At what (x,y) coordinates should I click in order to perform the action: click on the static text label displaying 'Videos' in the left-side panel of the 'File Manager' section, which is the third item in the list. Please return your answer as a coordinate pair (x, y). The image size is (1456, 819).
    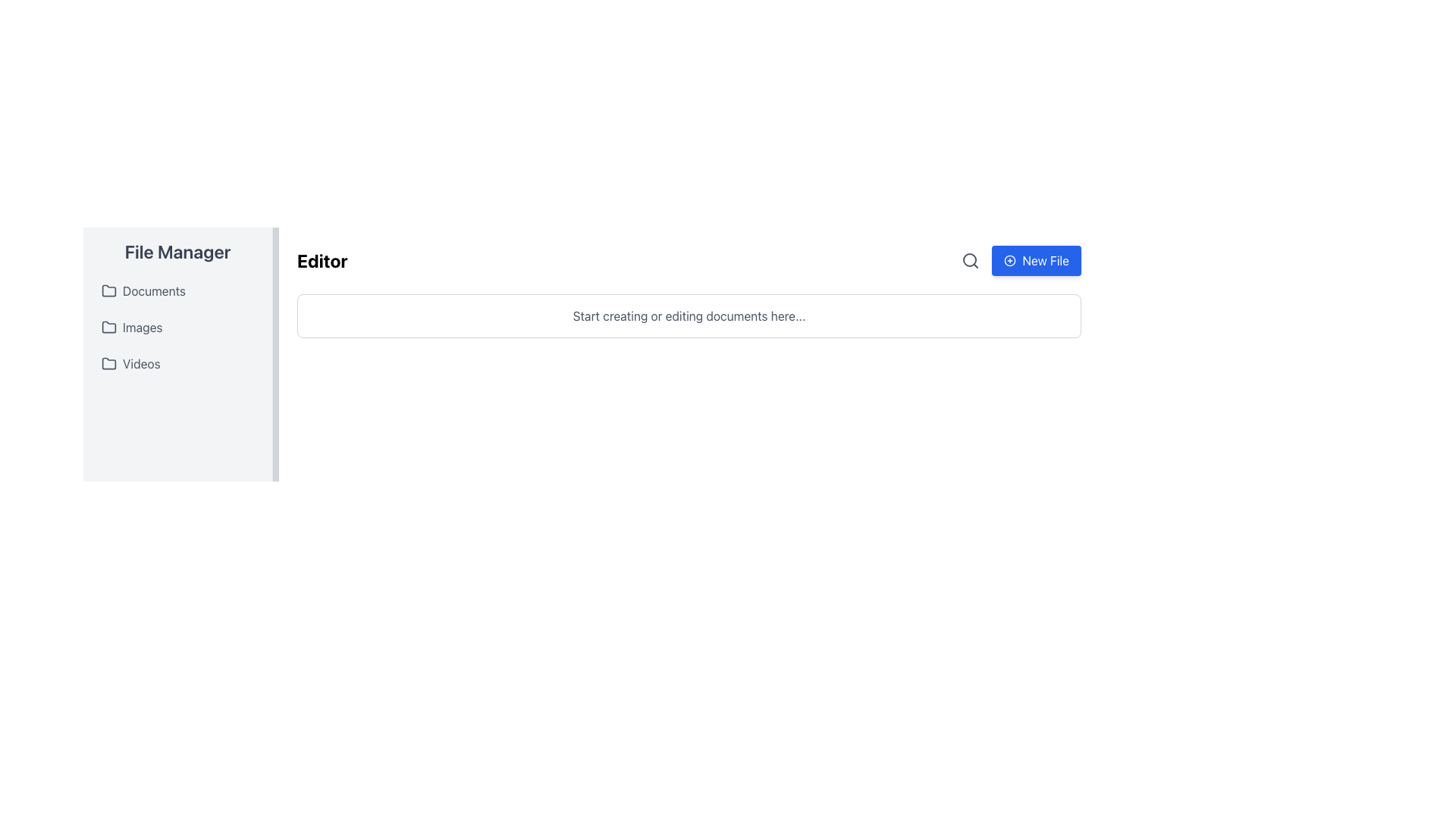
    Looking at the image, I should click on (141, 363).